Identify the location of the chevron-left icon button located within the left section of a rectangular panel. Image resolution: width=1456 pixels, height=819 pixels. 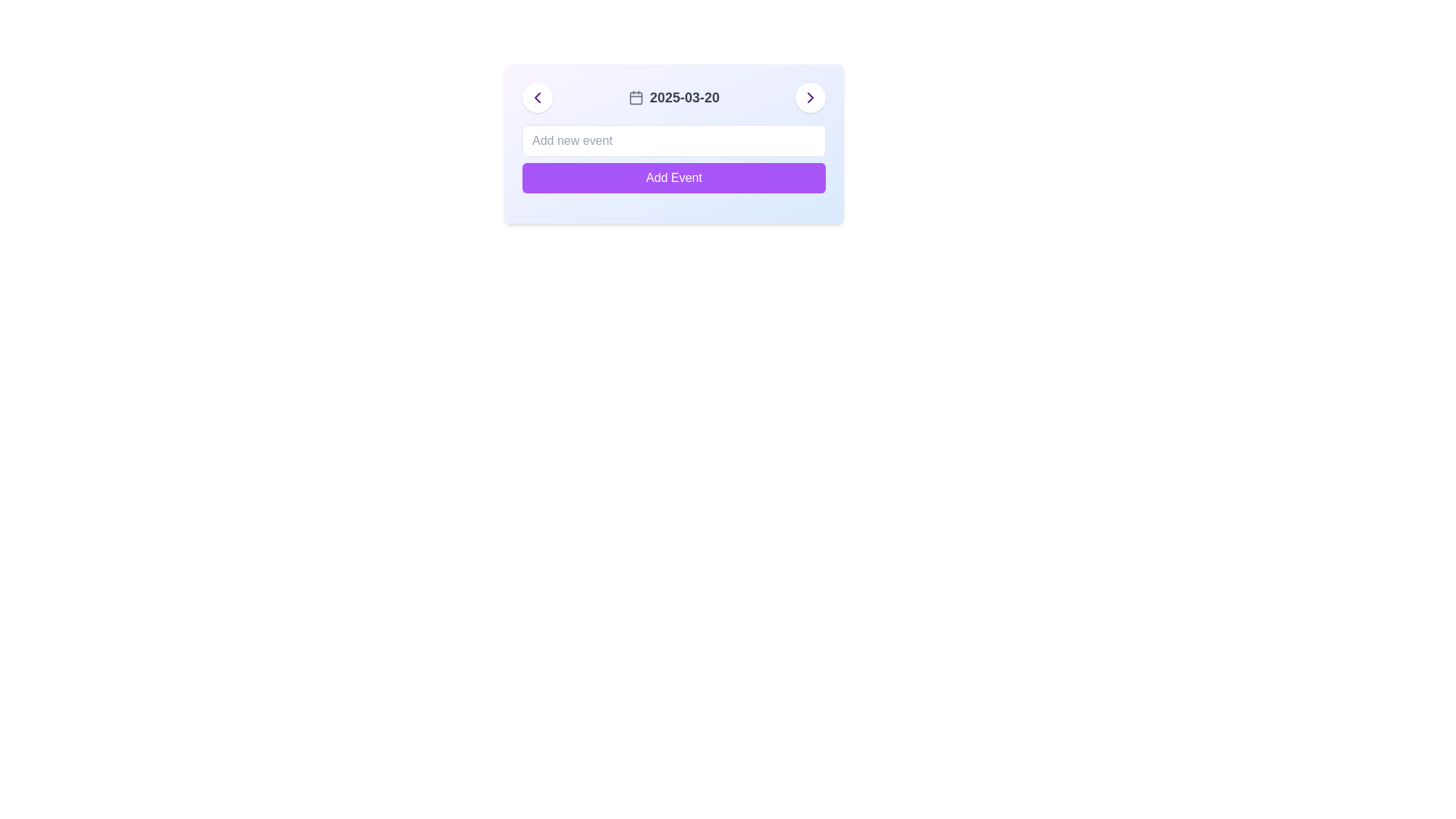
(538, 97).